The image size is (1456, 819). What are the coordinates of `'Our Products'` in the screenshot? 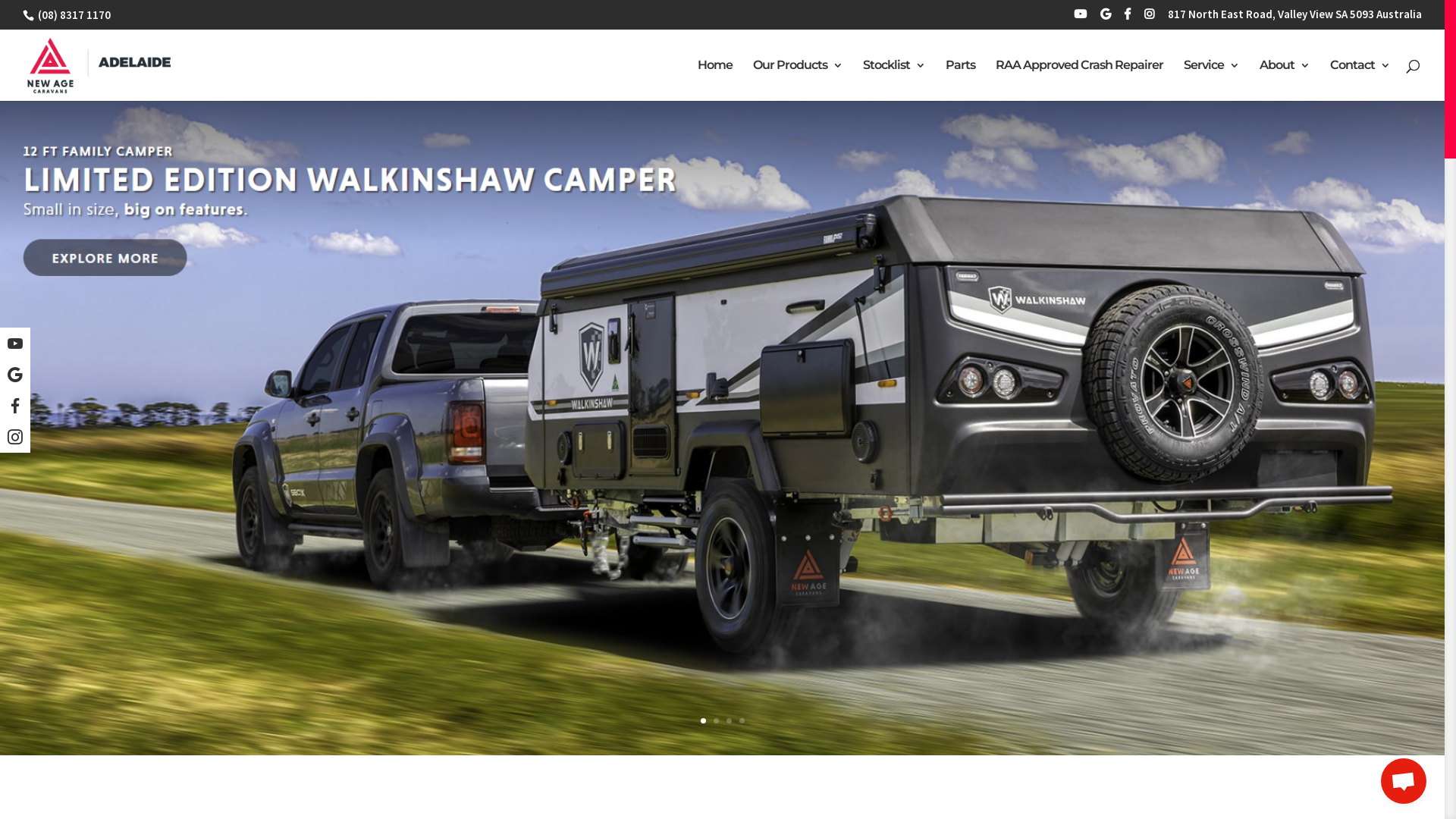 It's located at (796, 79).